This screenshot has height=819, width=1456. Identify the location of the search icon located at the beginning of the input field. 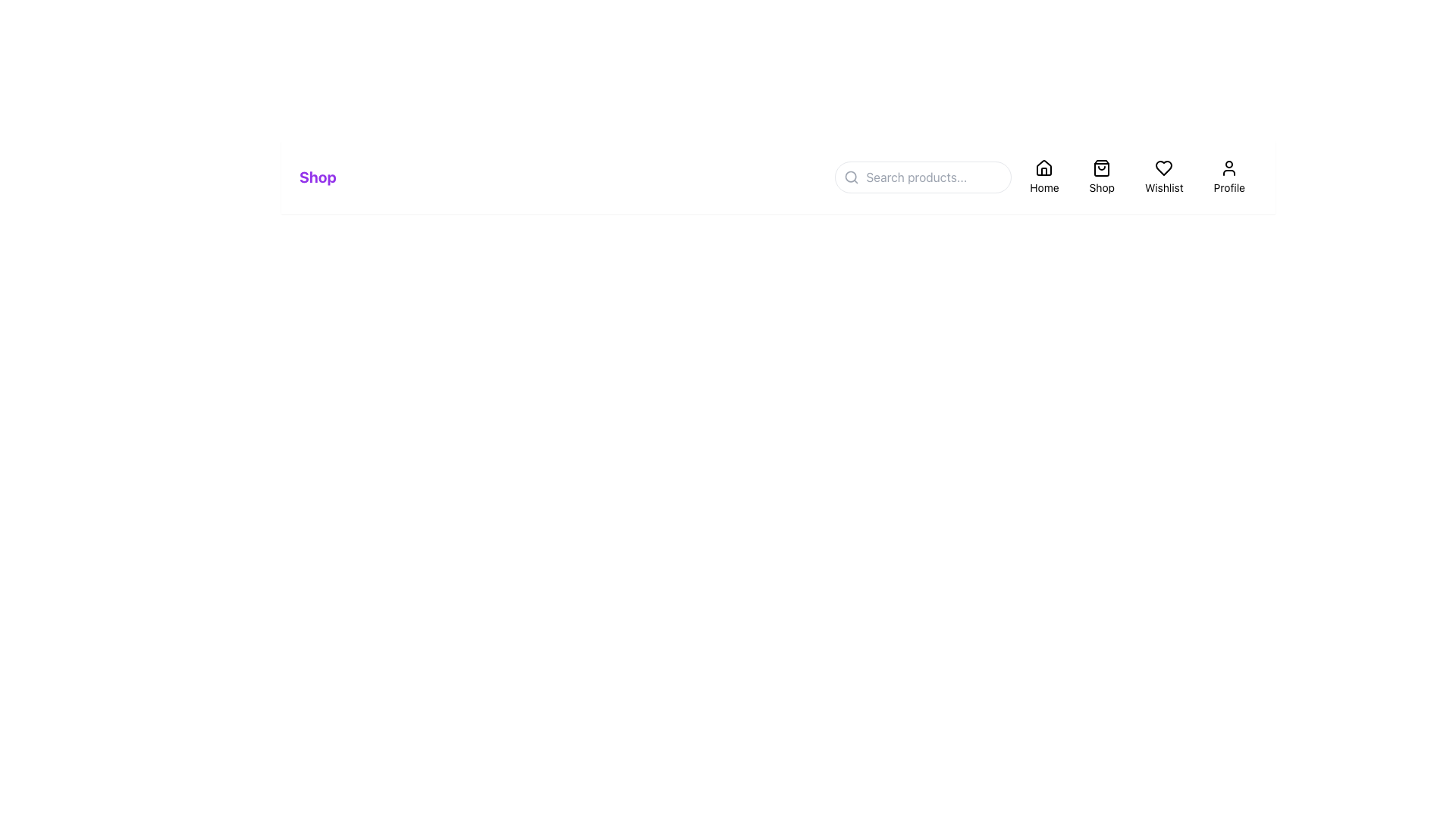
(852, 177).